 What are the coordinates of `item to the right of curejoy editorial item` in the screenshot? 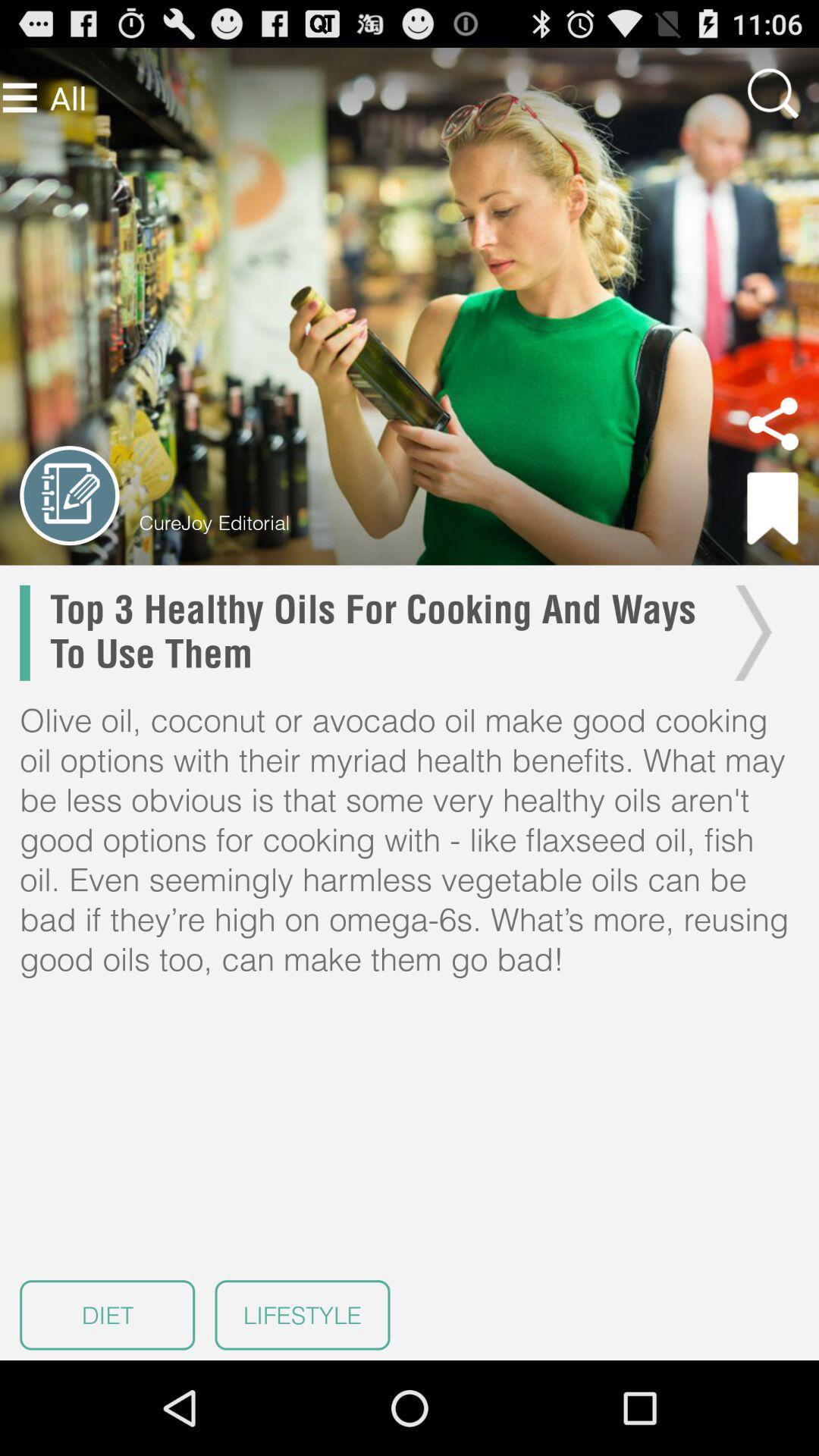 It's located at (773, 508).